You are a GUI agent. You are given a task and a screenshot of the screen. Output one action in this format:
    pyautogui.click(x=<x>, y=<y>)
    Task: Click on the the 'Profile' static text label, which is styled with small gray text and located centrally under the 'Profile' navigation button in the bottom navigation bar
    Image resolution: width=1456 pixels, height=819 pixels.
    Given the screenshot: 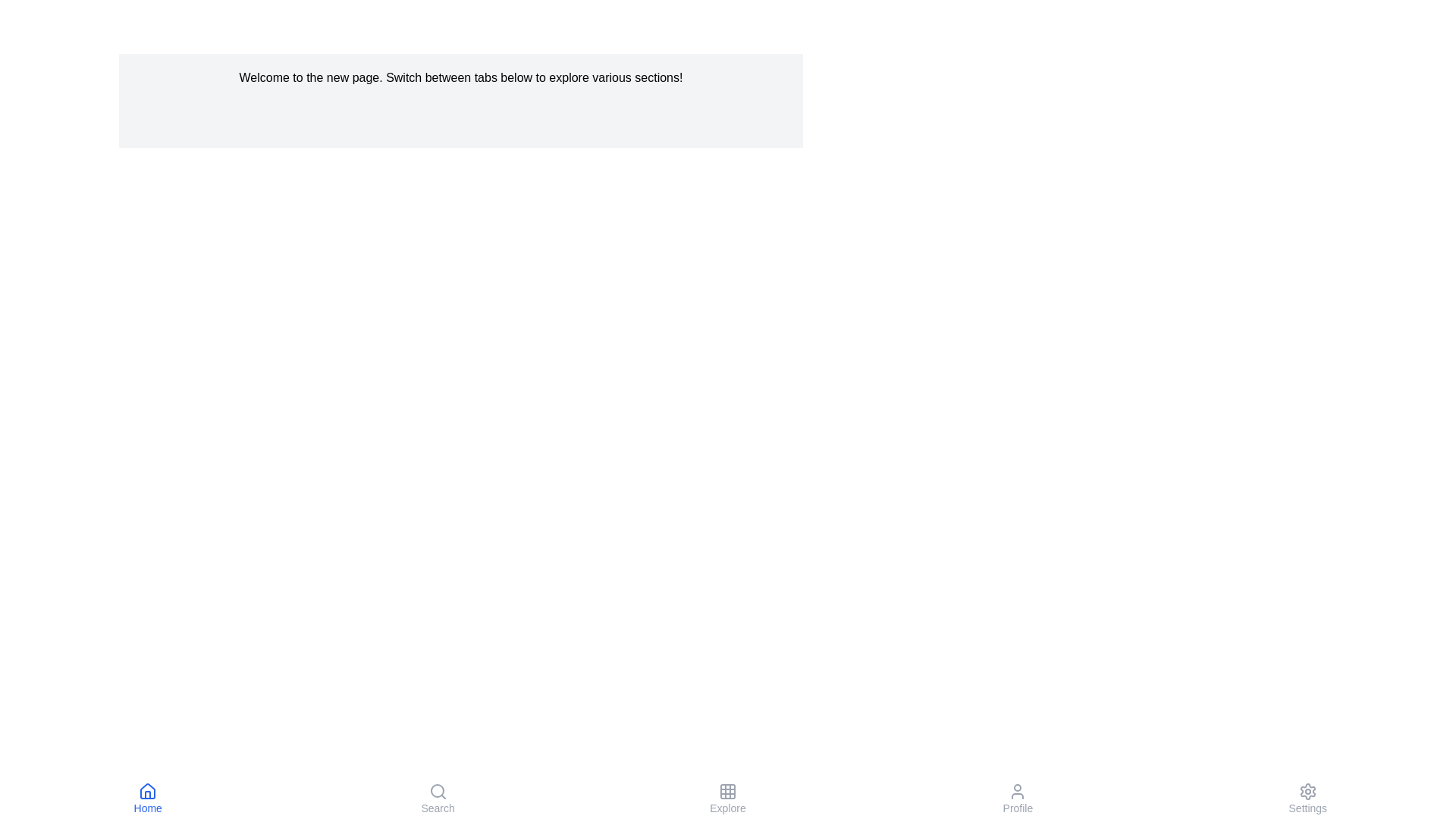 What is the action you would take?
    pyautogui.click(x=1018, y=807)
    